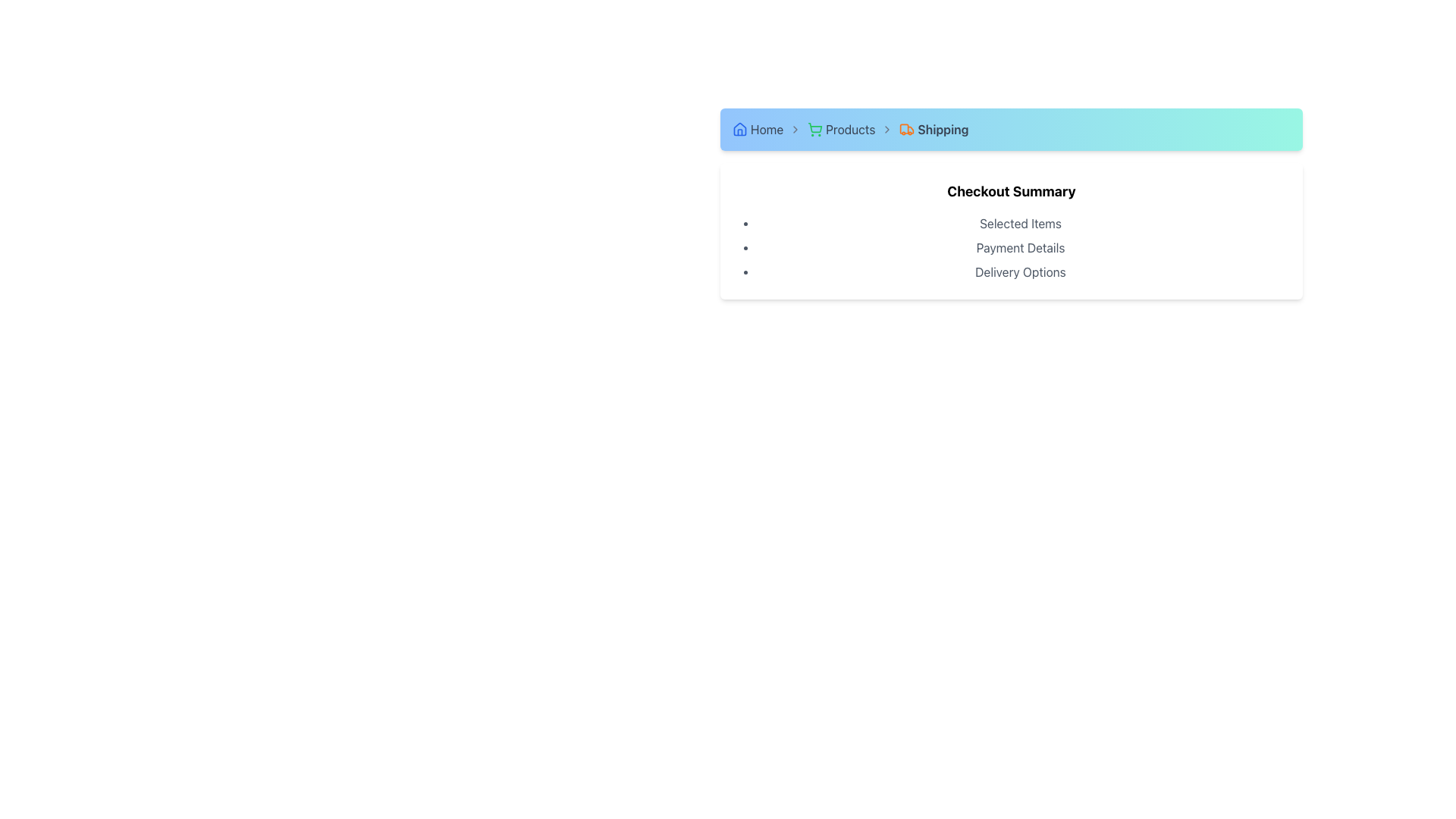 Image resolution: width=1456 pixels, height=819 pixels. I want to click on the breadcrumb item labeled 'Shipping' with an orange truck icon, so click(933, 128).